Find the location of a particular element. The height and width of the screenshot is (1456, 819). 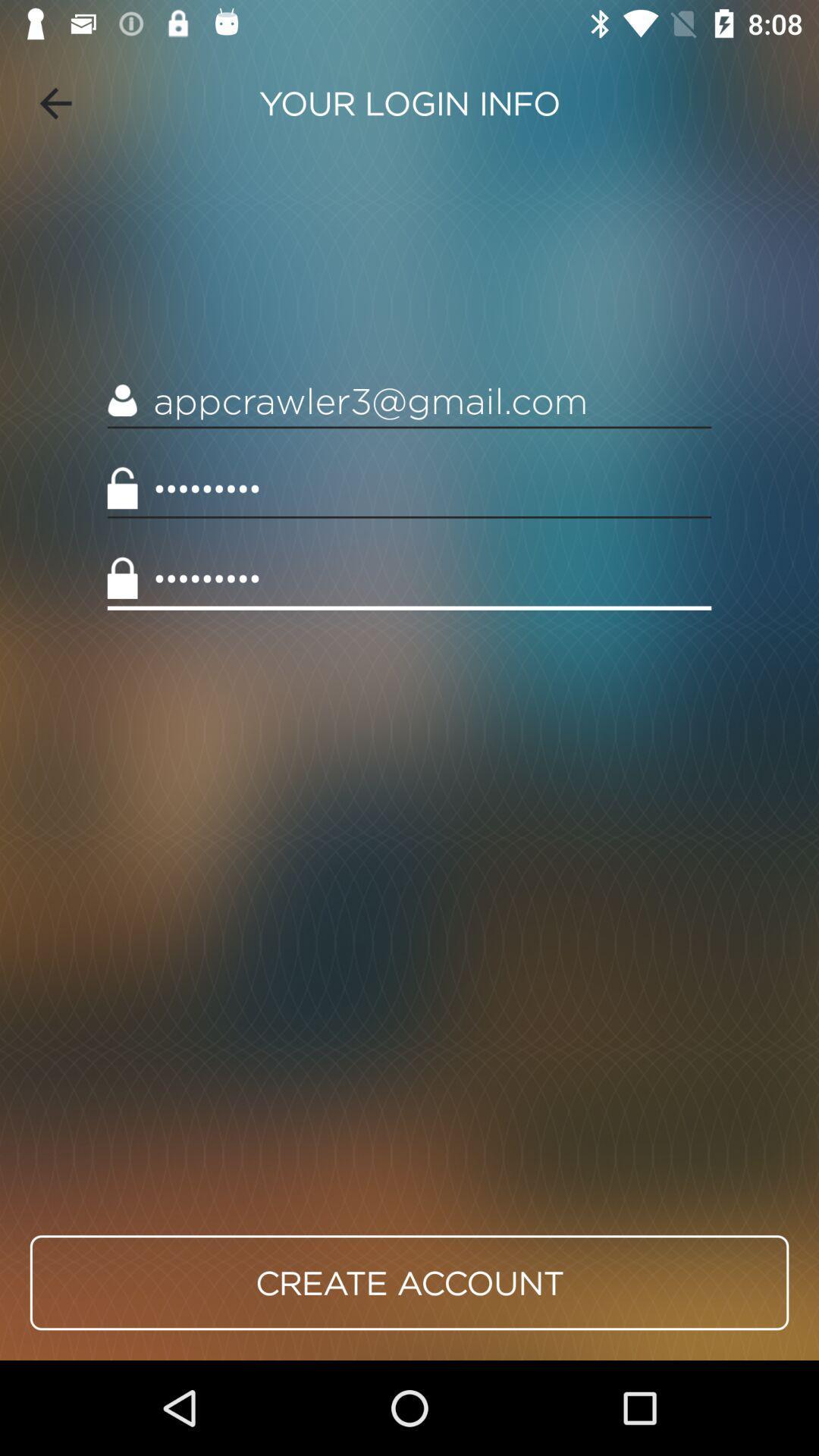

the item above crowd3116 is located at coordinates (409, 401).